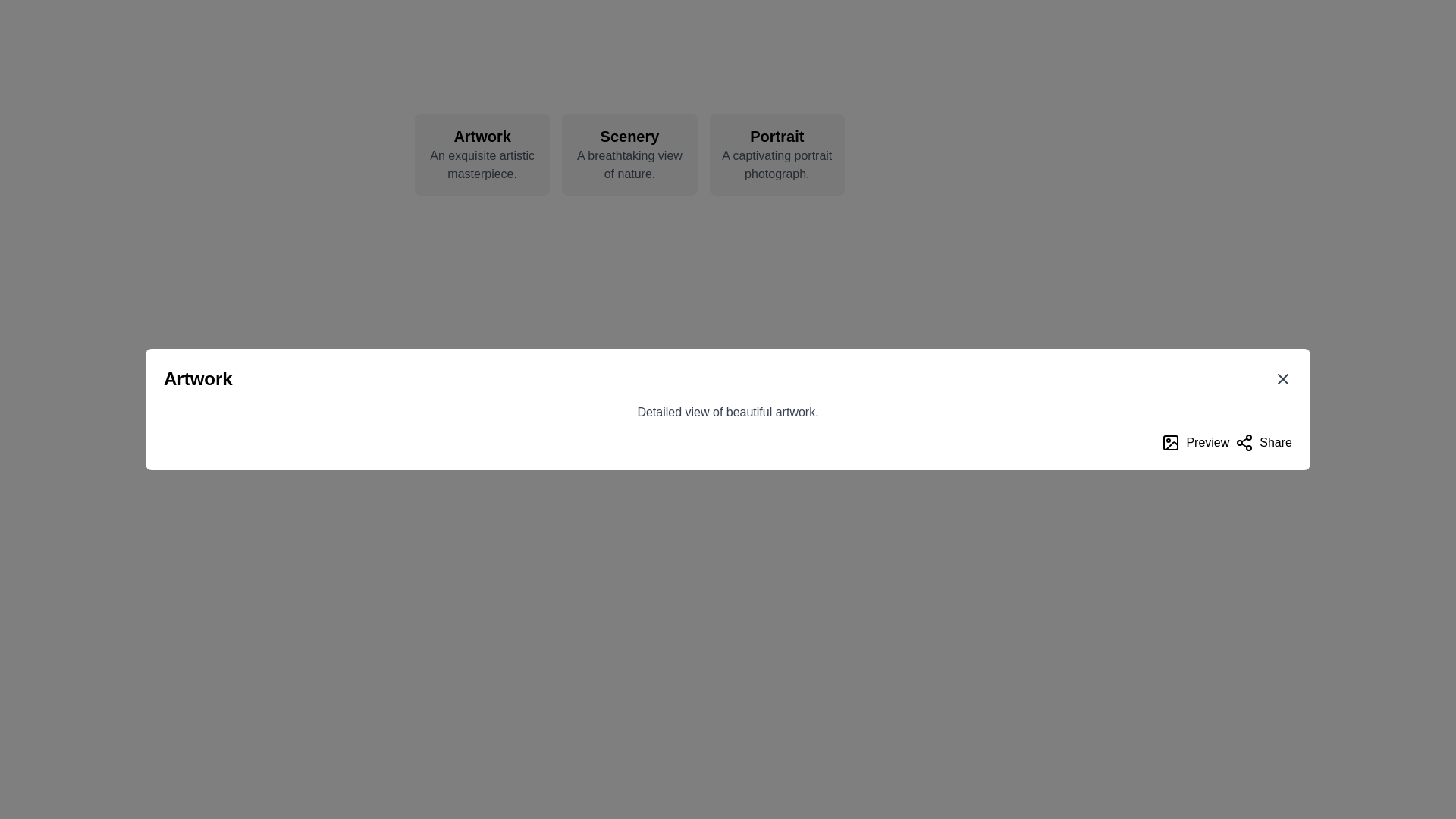  What do you see at coordinates (1282, 378) in the screenshot?
I see `the close button located at the top-right corner of the content box` at bounding box center [1282, 378].